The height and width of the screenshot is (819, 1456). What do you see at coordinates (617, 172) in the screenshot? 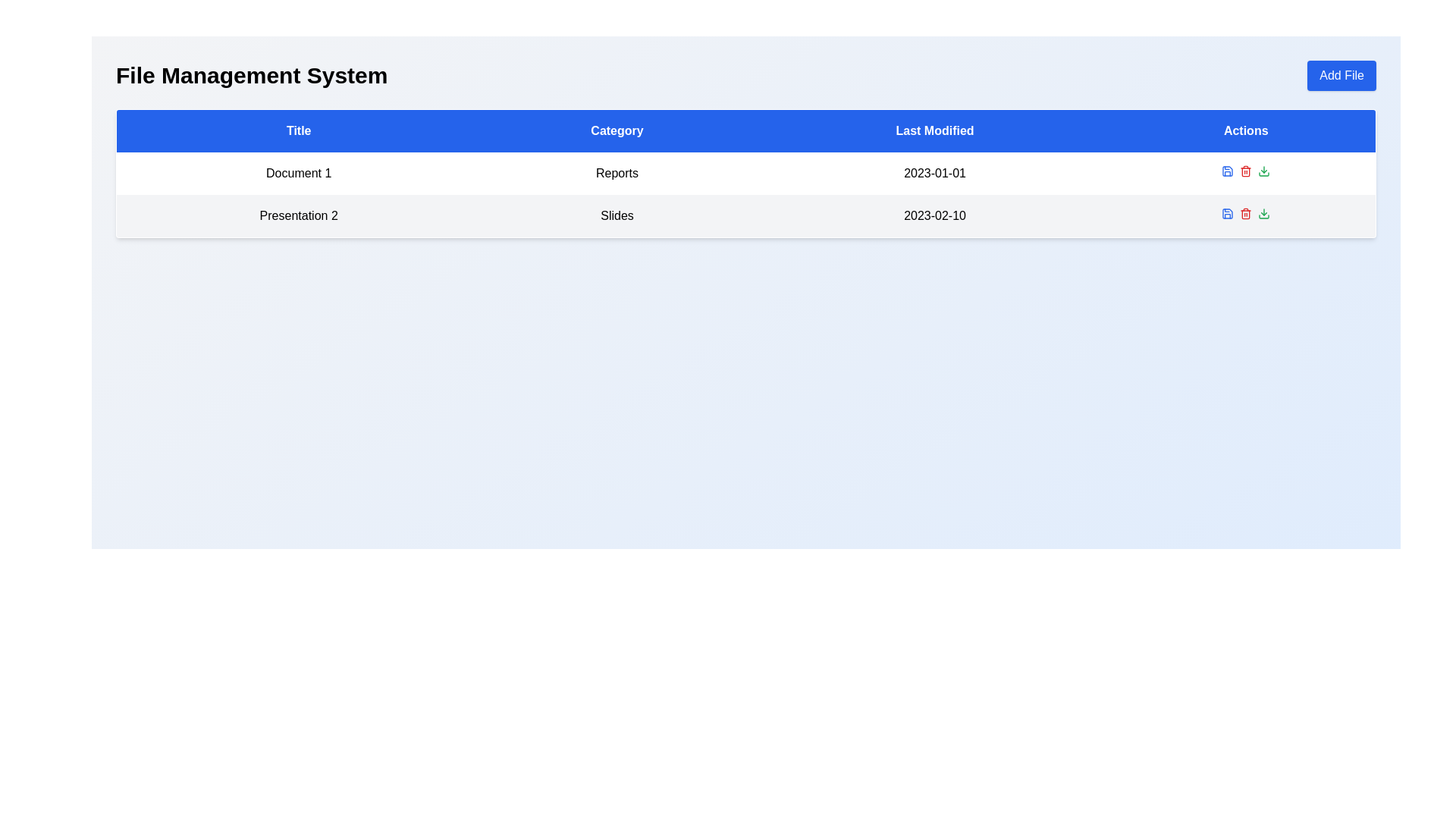
I see `the 'Reports' text cell in the table, which is located in the second column under the 'Category' header and belongs to the first row (Document 1)` at bounding box center [617, 172].